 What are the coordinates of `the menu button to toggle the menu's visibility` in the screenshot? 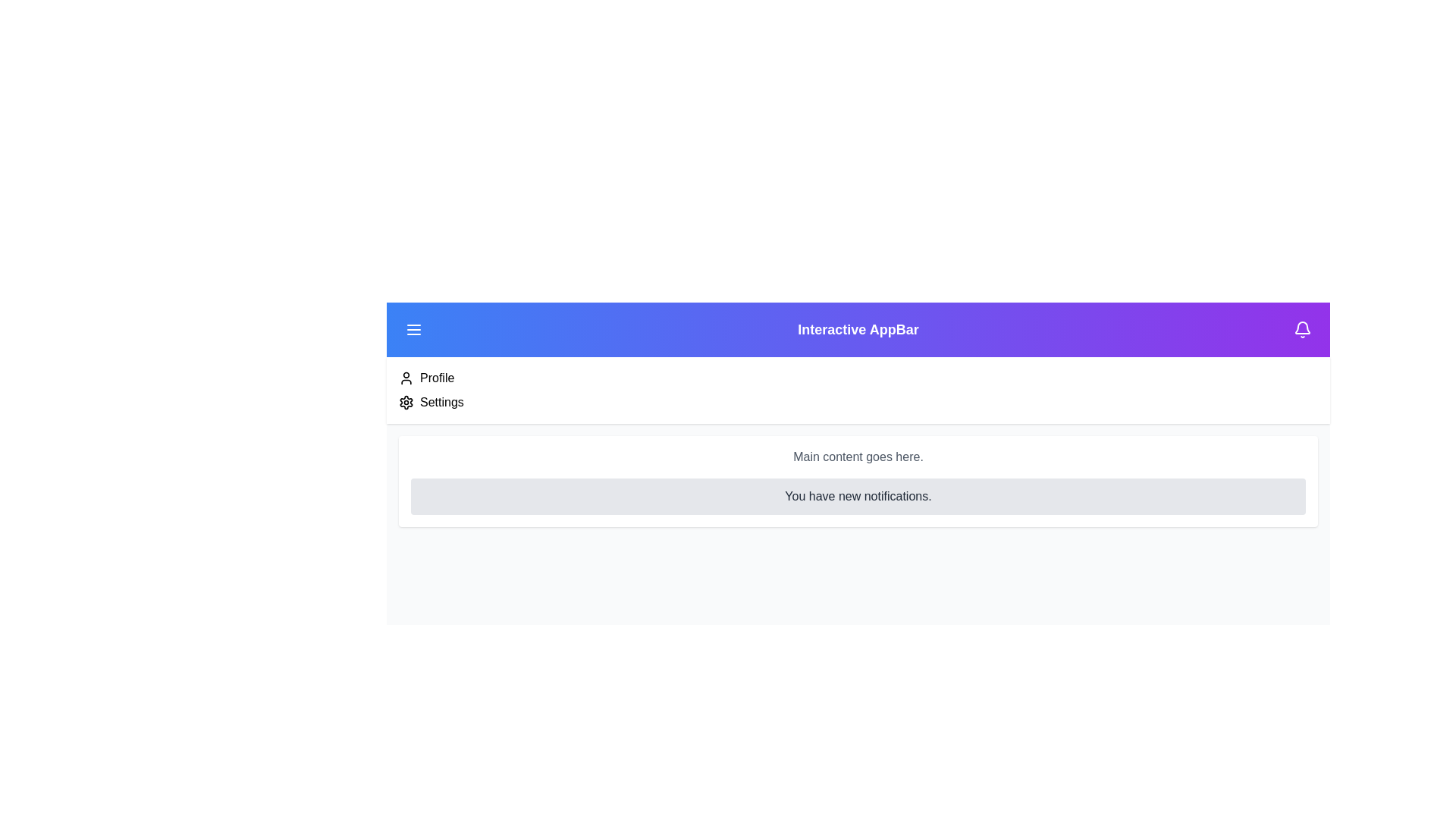 It's located at (414, 329).